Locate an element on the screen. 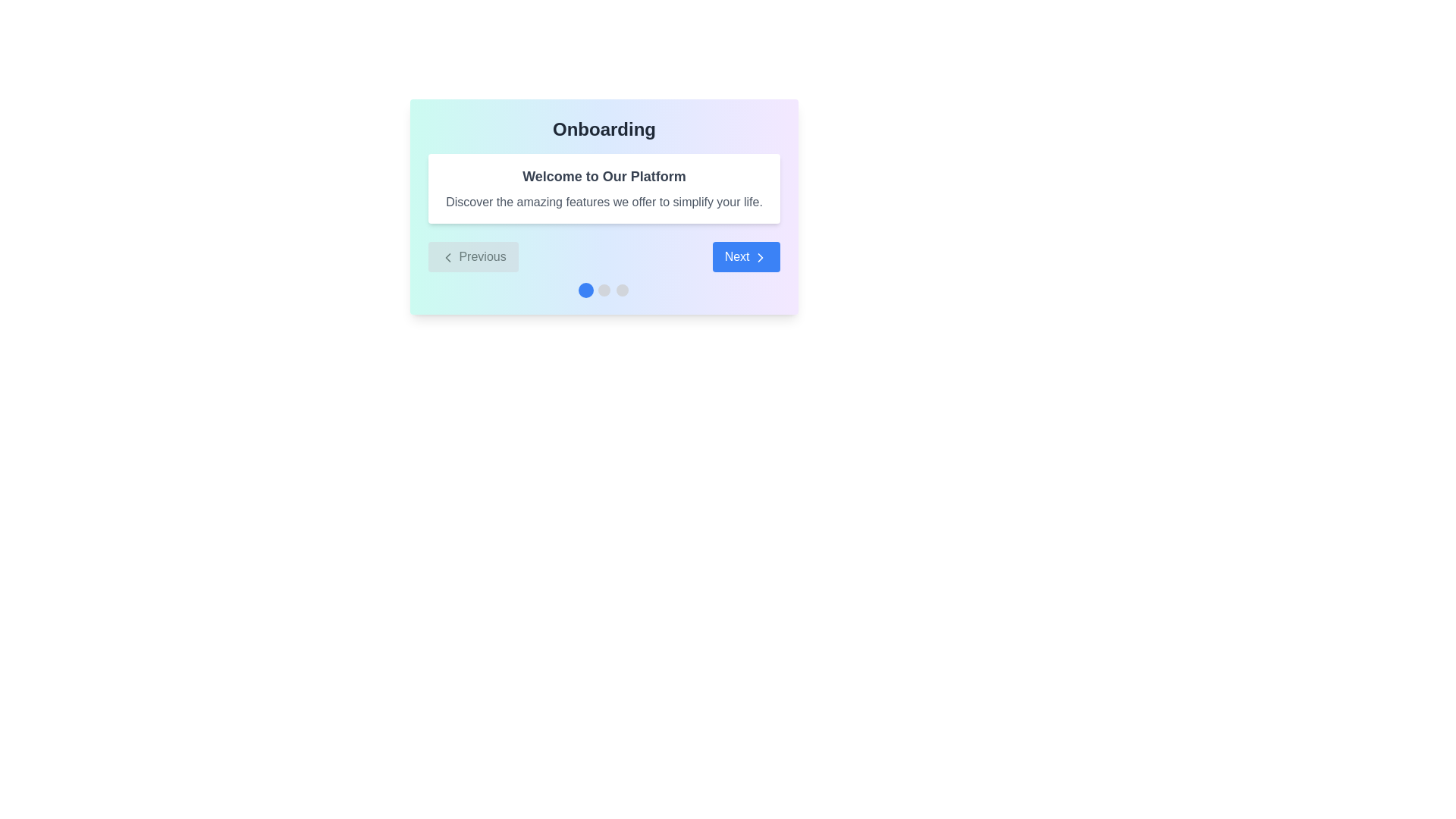 The width and height of the screenshot is (1456, 819). the forward navigation icon located at the far right of the 'Next' button is located at coordinates (761, 256).